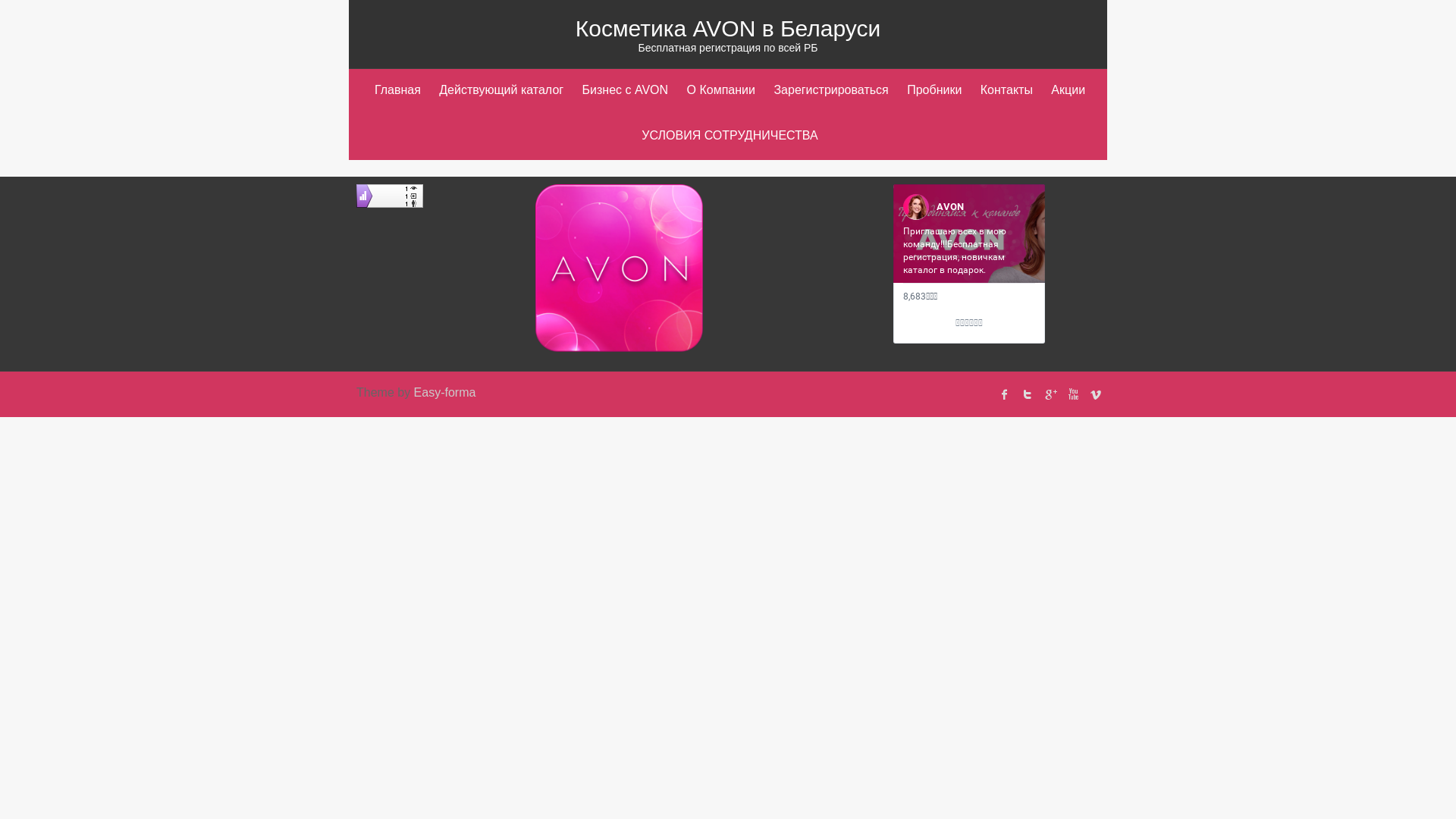 The height and width of the screenshot is (819, 1456). I want to click on 'Easy-forma', so click(444, 391).